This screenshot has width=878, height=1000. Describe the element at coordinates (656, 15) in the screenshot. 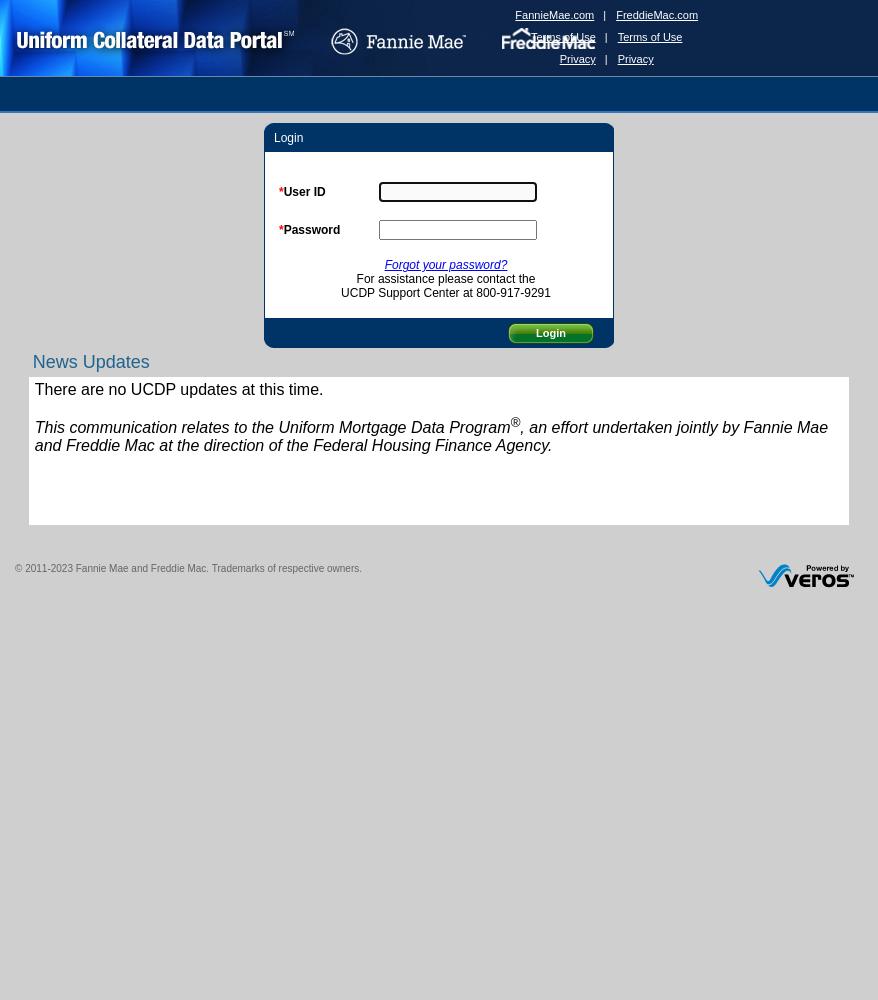

I see `'FreddieMac.com'` at that location.